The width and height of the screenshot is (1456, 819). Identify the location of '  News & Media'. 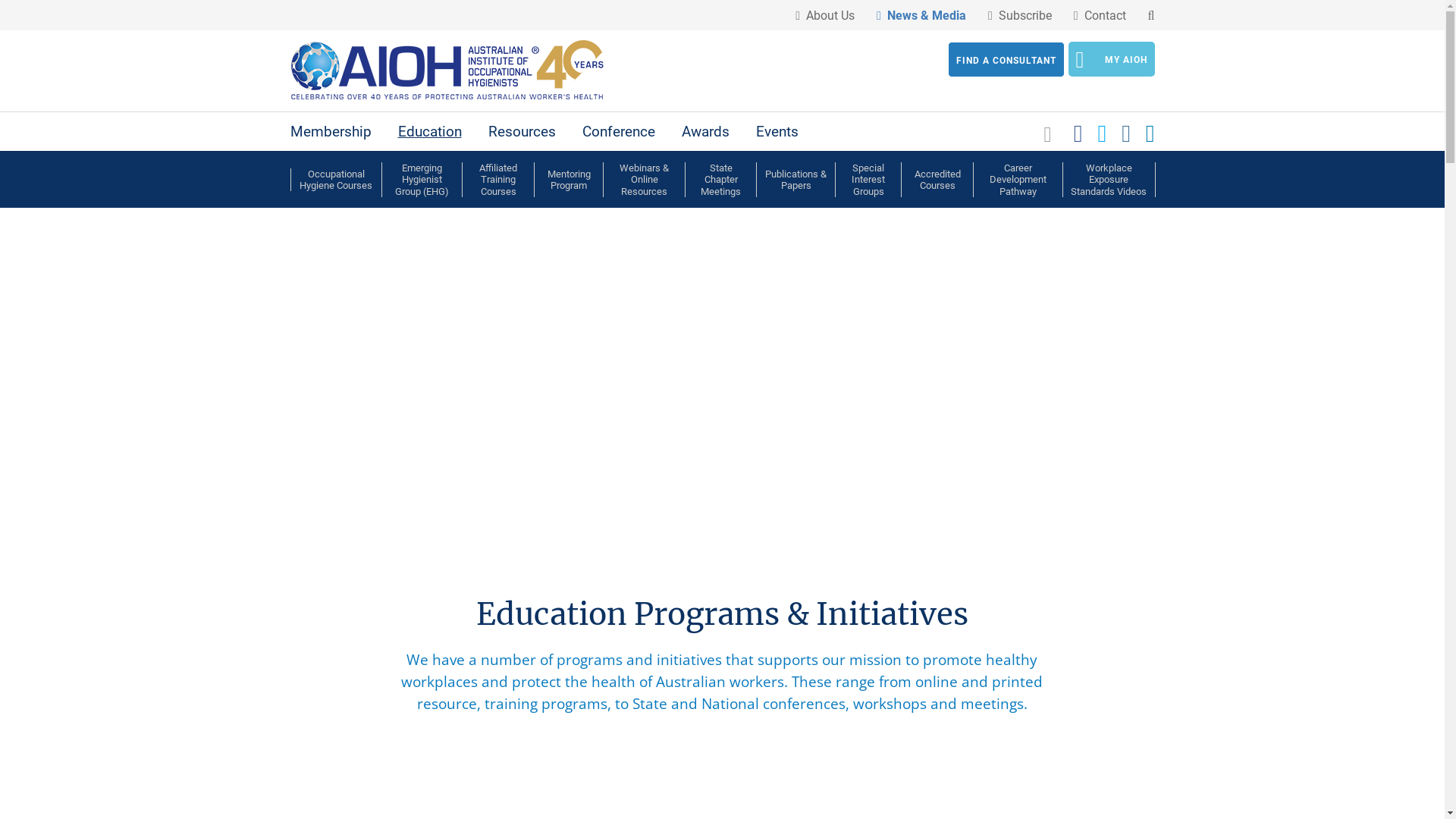
(920, 15).